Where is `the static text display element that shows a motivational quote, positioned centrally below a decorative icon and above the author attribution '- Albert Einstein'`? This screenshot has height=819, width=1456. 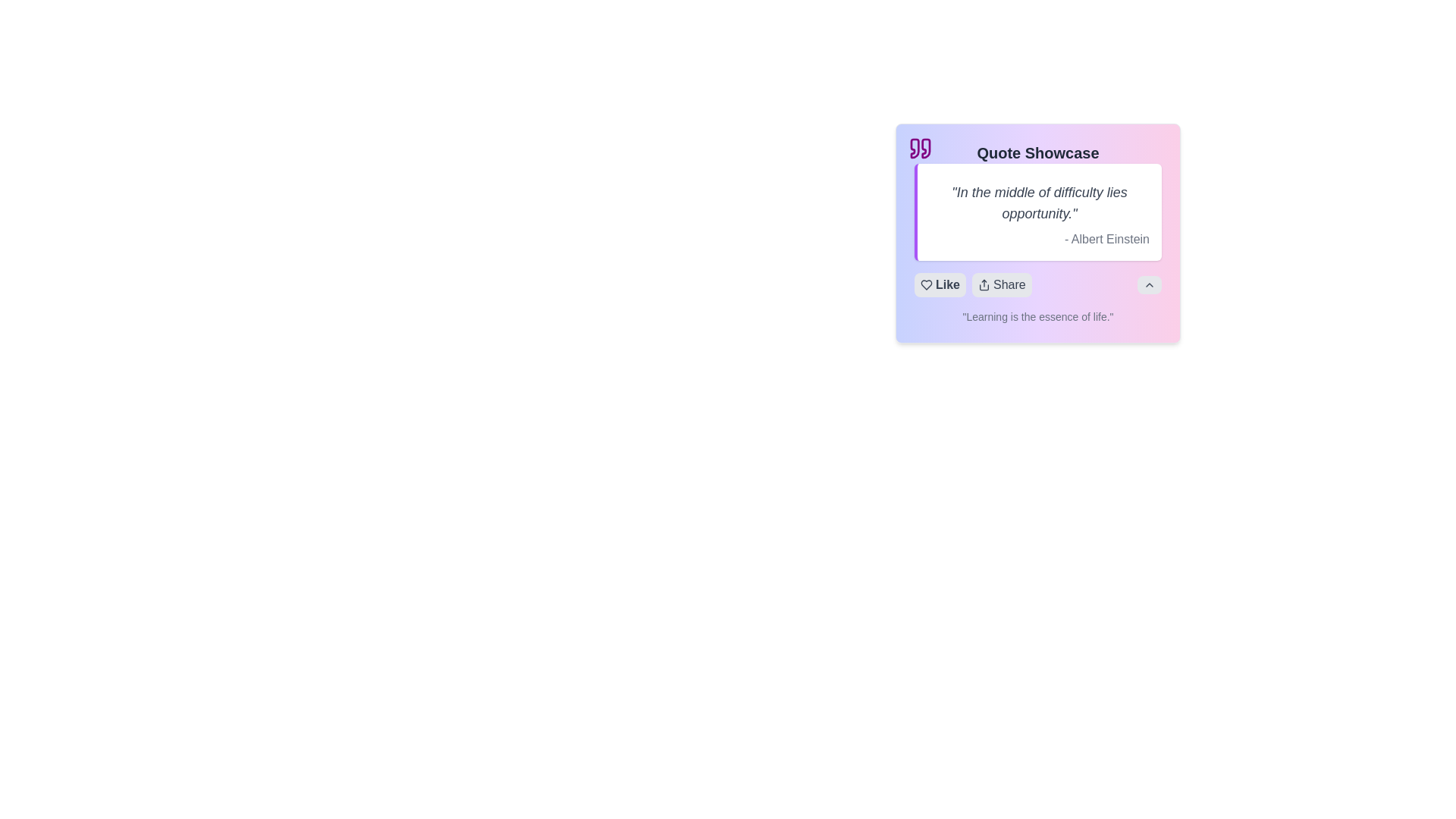 the static text display element that shows a motivational quote, positioned centrally below a decorative icon and above the author attribution '- Albert Einstein' is located at coordinates (1039, 202).